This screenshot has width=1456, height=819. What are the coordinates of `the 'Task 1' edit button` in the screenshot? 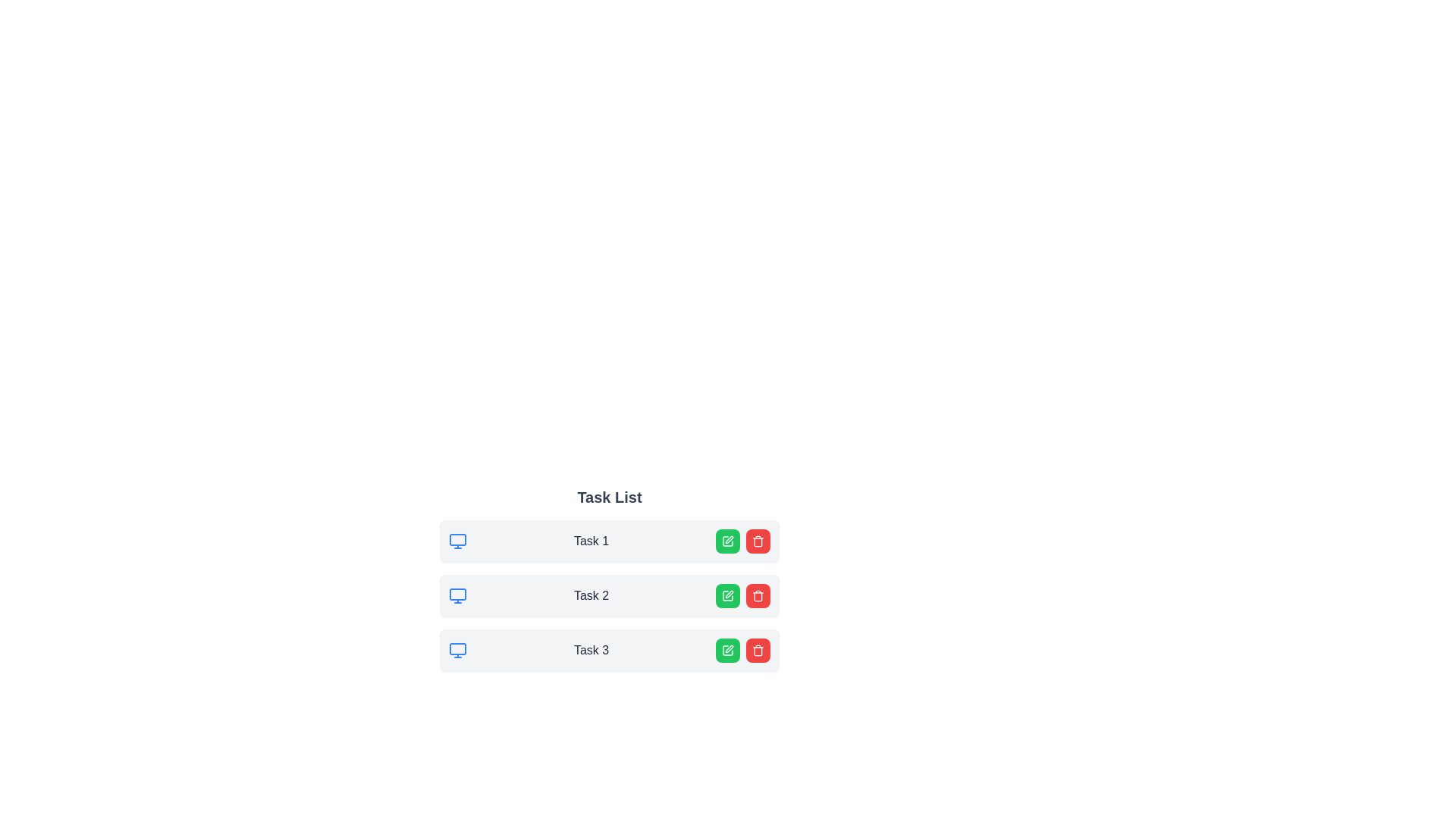 It's located at (728, 540).